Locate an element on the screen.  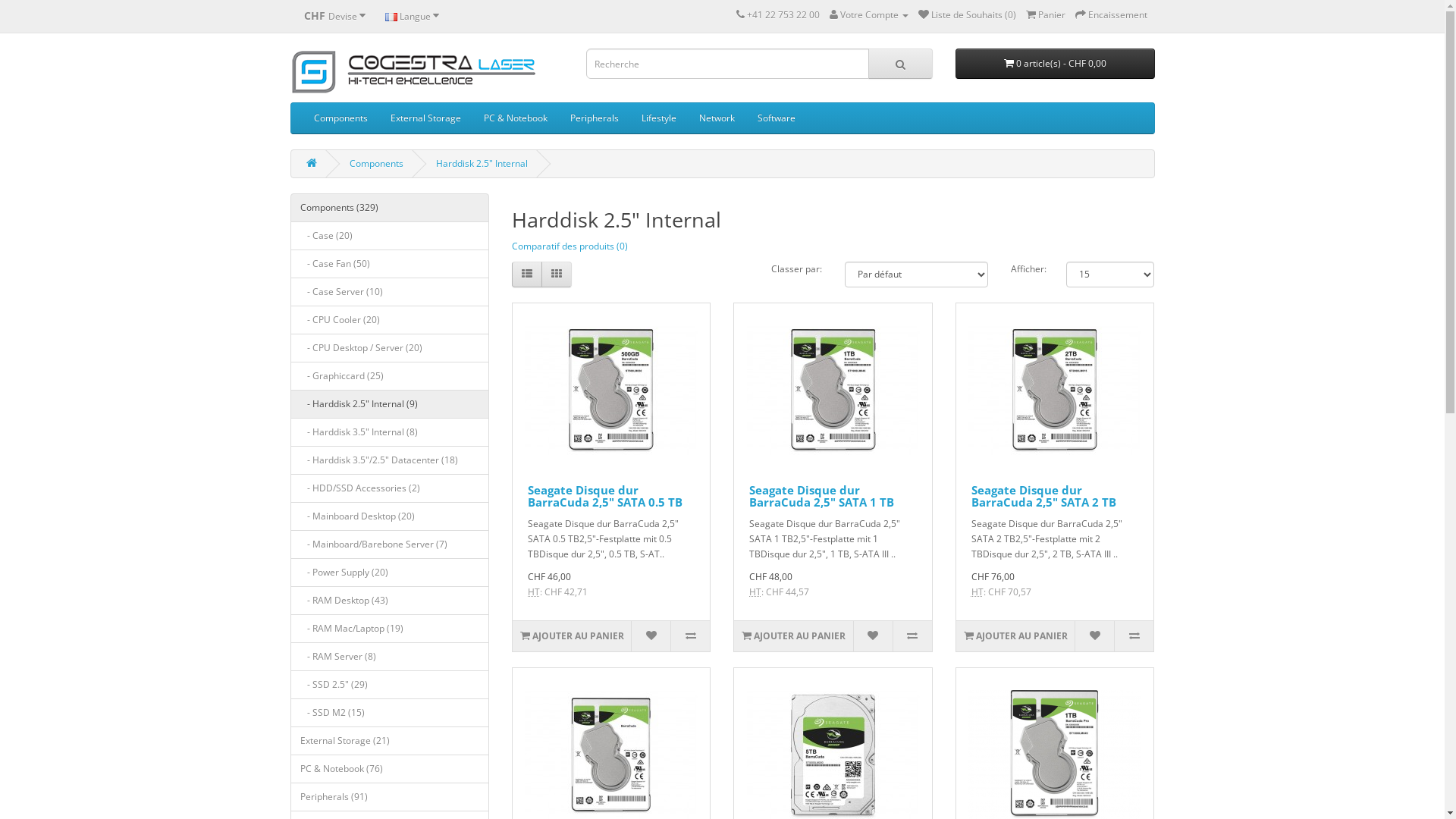
'Cogestra-Laser SA' is located at coordinates (413, 71).